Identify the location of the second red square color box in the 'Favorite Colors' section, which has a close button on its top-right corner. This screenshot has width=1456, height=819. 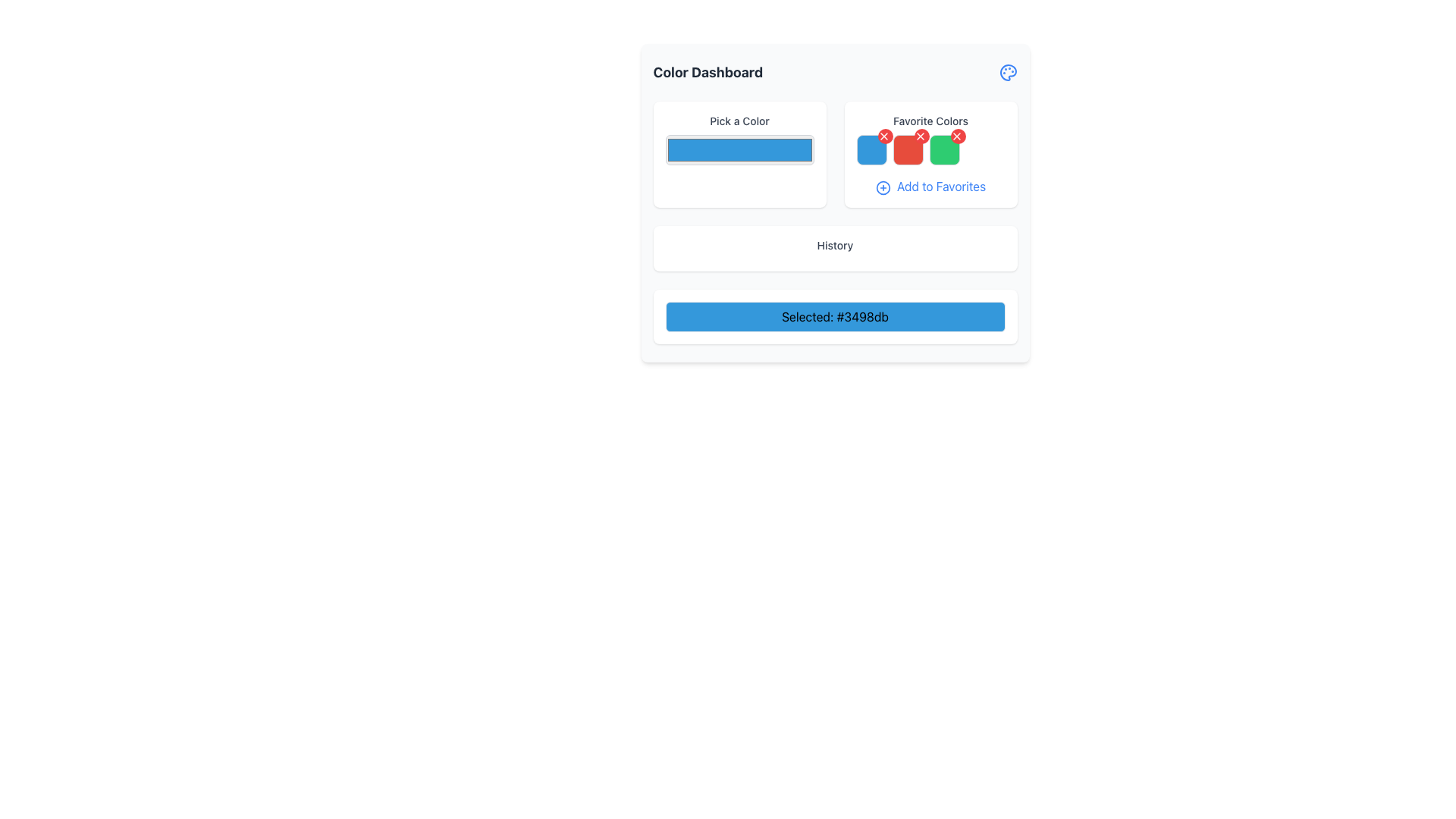
(908, 149).